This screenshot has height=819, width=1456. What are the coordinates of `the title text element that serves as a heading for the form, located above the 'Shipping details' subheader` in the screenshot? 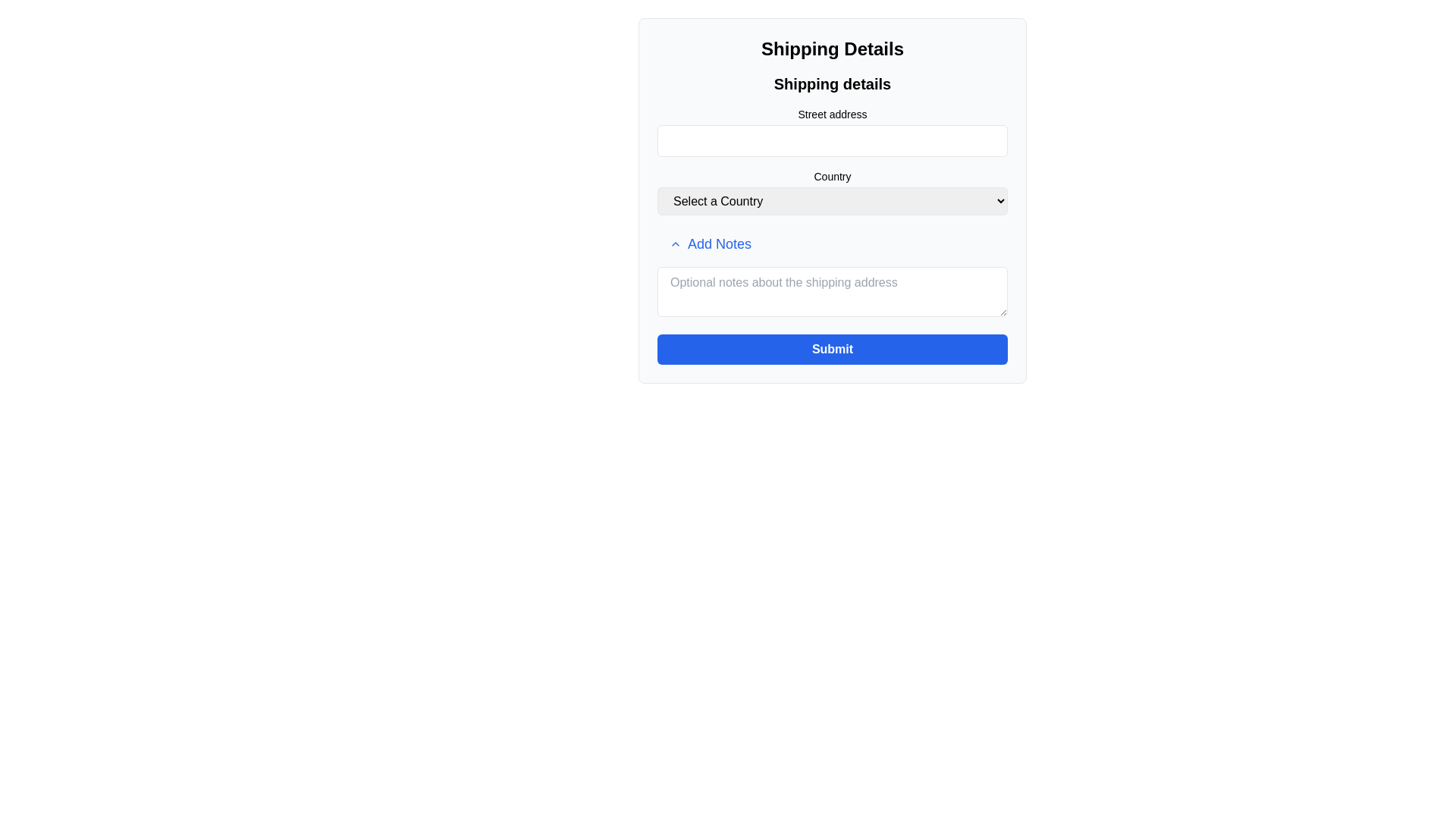 It's located at (832, 49).